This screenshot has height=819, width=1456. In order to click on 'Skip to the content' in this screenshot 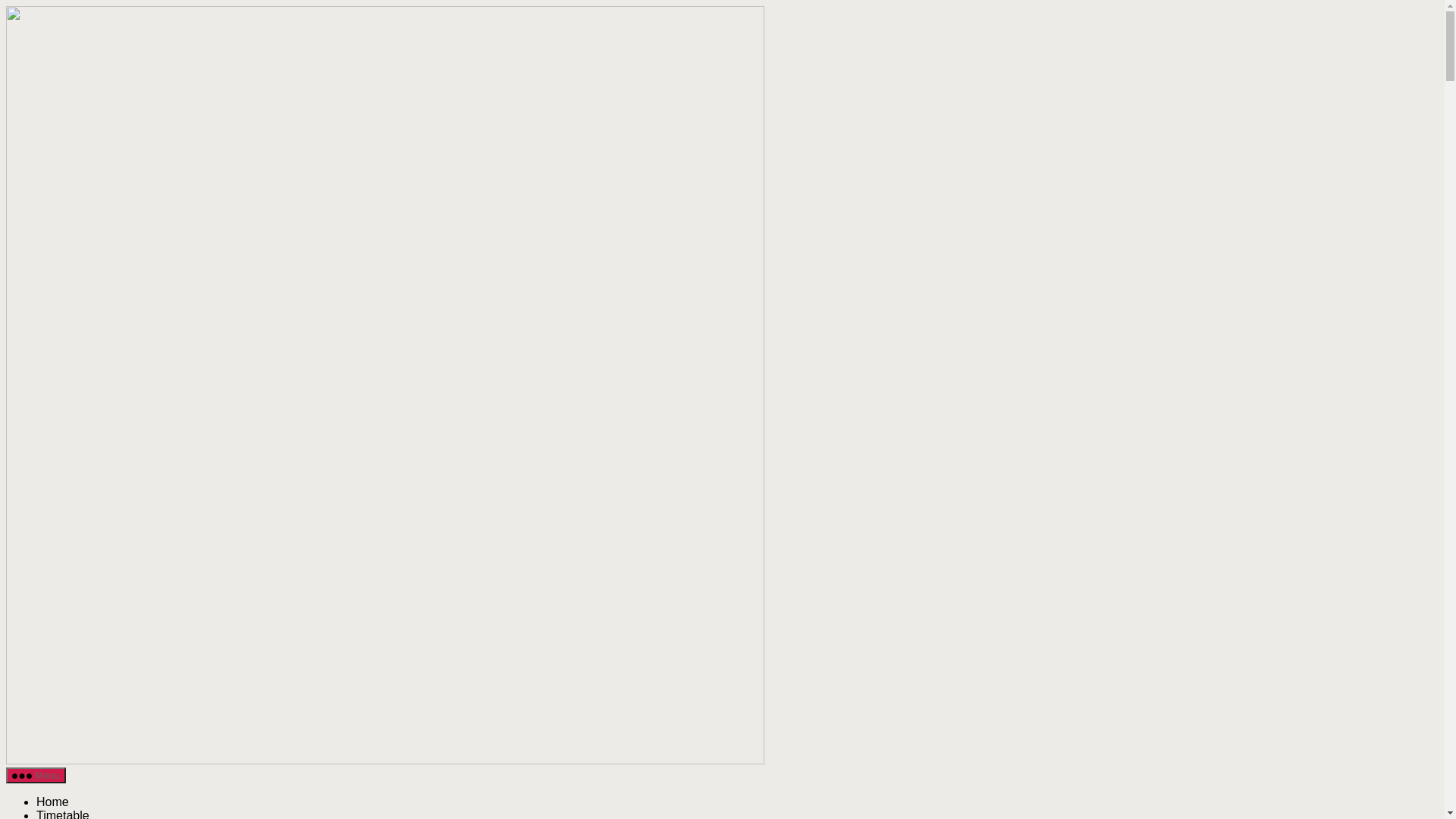, I will do `click(5, 5)`.